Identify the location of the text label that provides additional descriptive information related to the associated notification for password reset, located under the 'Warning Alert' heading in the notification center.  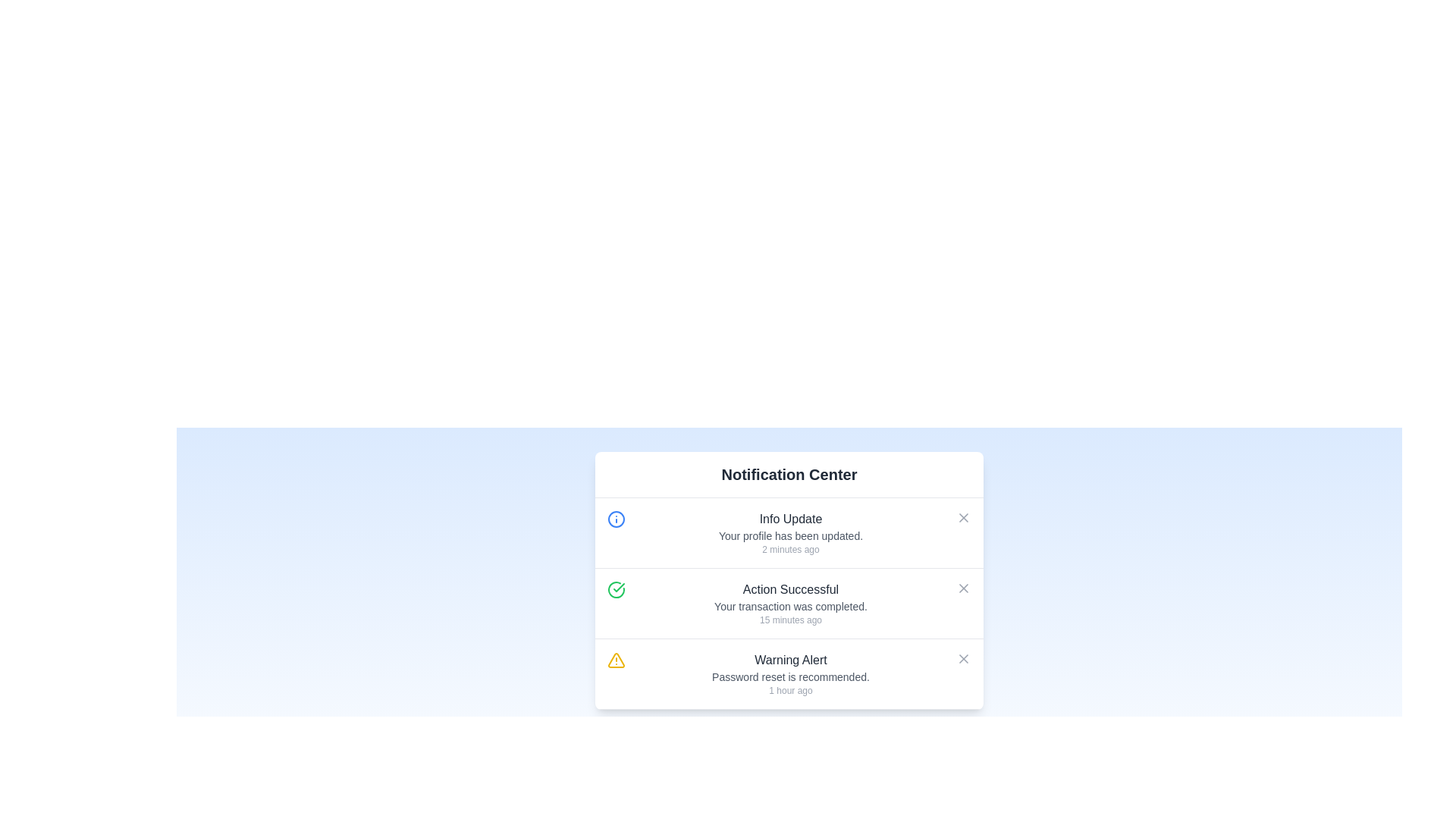
(789, 676).